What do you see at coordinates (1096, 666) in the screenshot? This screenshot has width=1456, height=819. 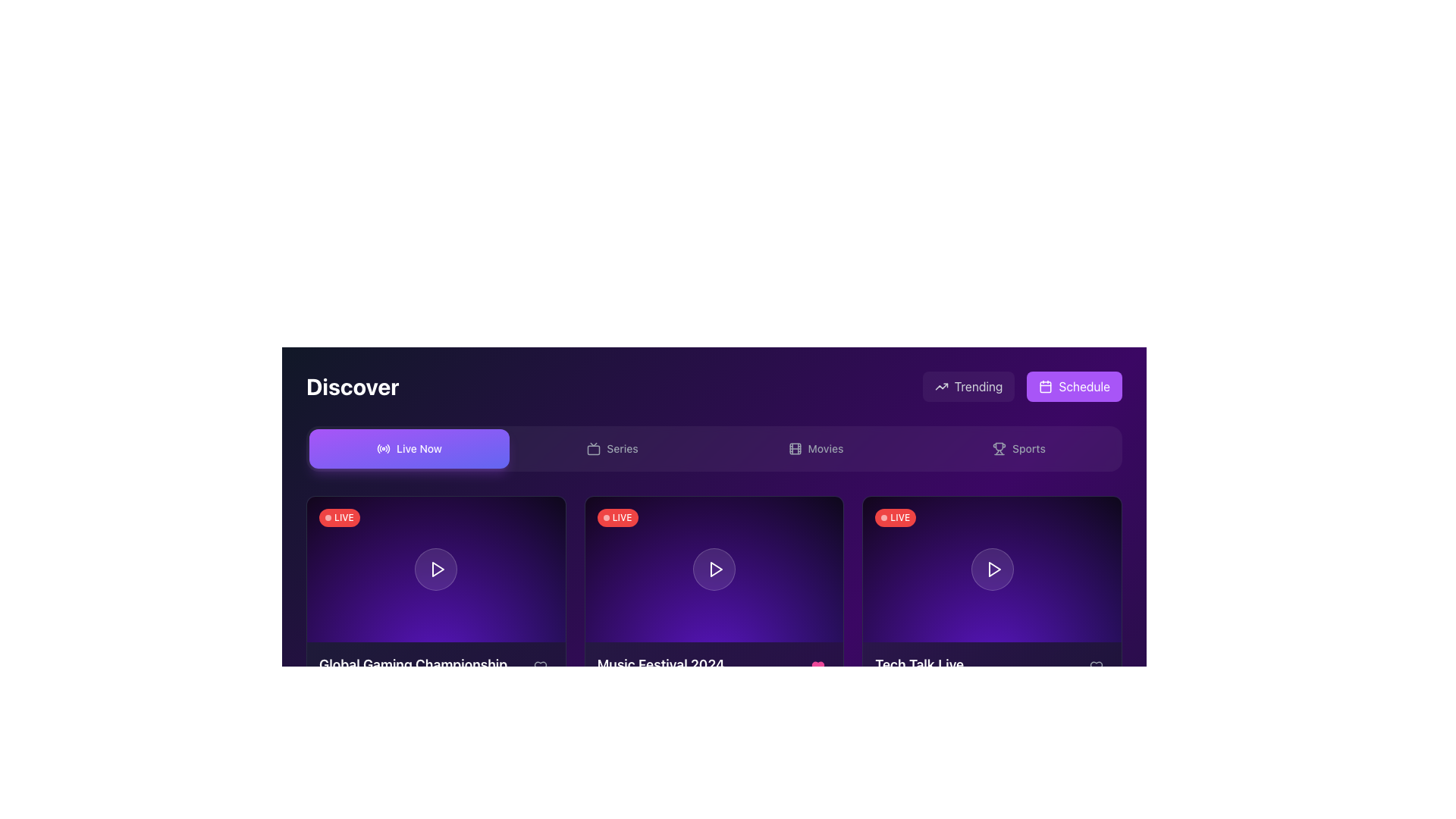 I see `the heart icon located in the bottom-right corner of the 'Tech Talk Live' card to favorite the associated content` at bounding box center [1096, 666].